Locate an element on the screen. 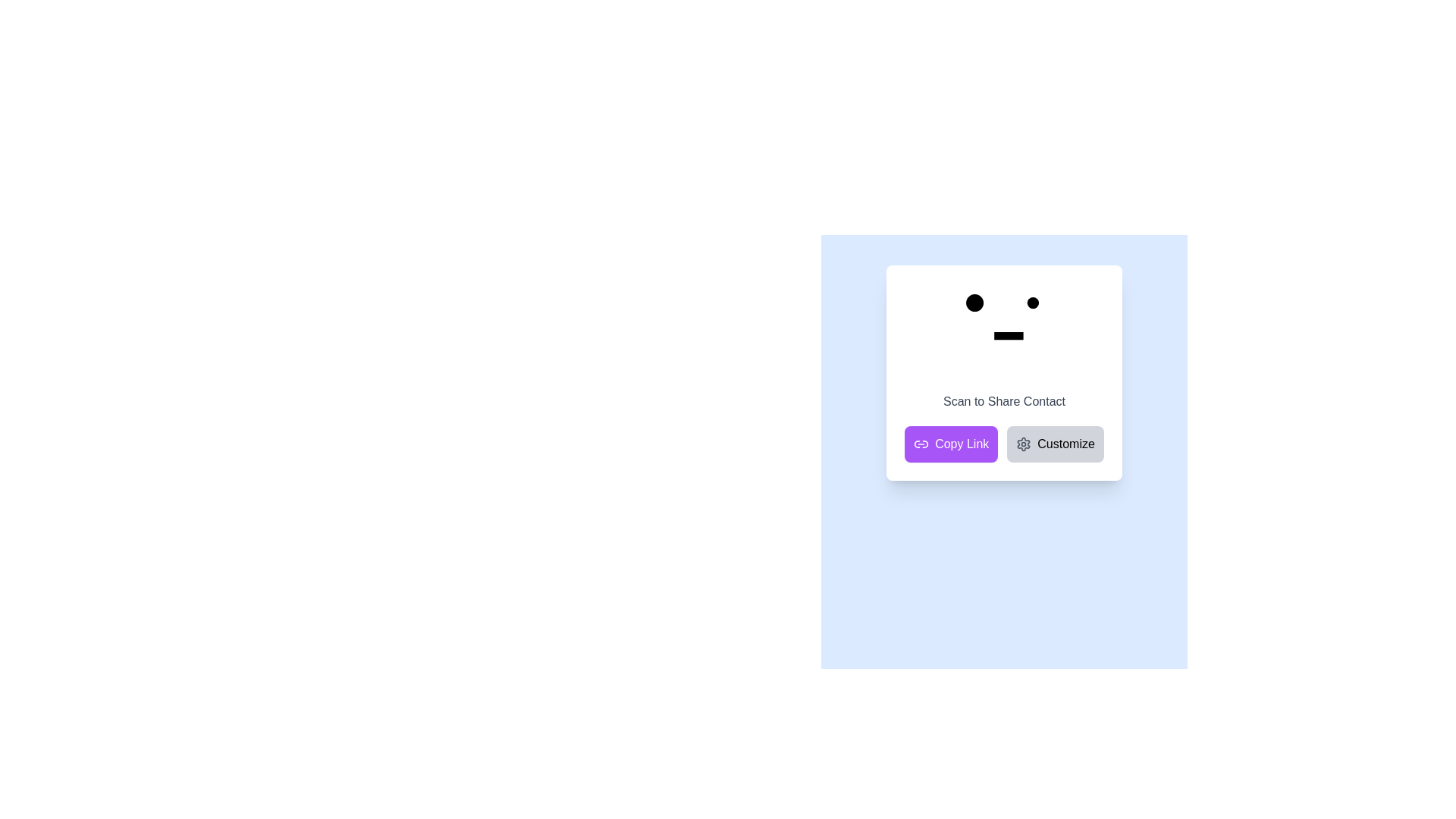  the rectangular button with a purple background and white text labeled 'Copy Link' is located at coordinates (950, 444).